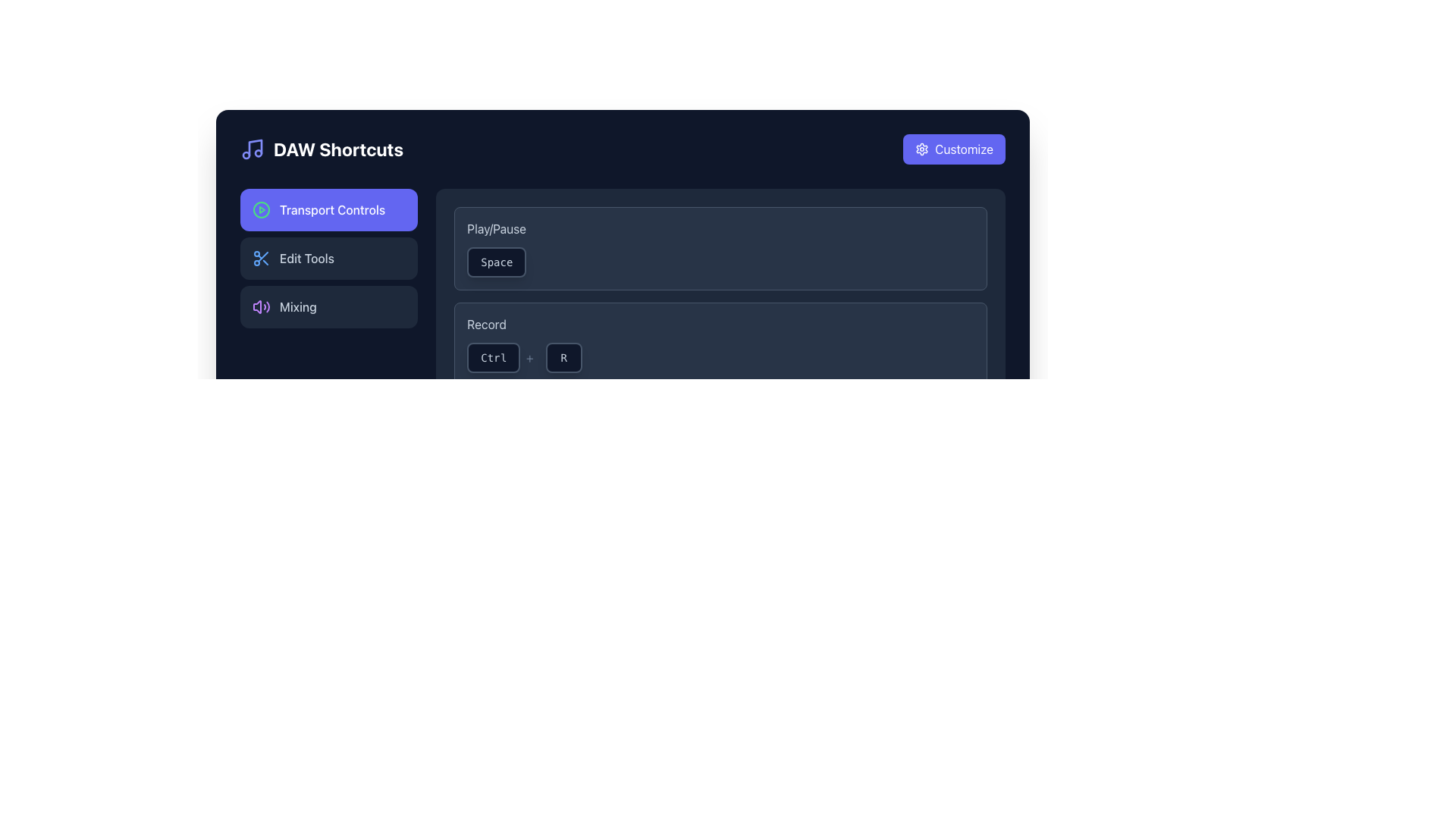 The width and height of the screenshot is (1456, 819). Describe the element at coordinates (257, 307) in the screenshot. I see `the 'Mixing' icon located on the vertical sidebar menu, which is the third icon below the 'Transport Controls' and 'Edit Tools' options` at that location.